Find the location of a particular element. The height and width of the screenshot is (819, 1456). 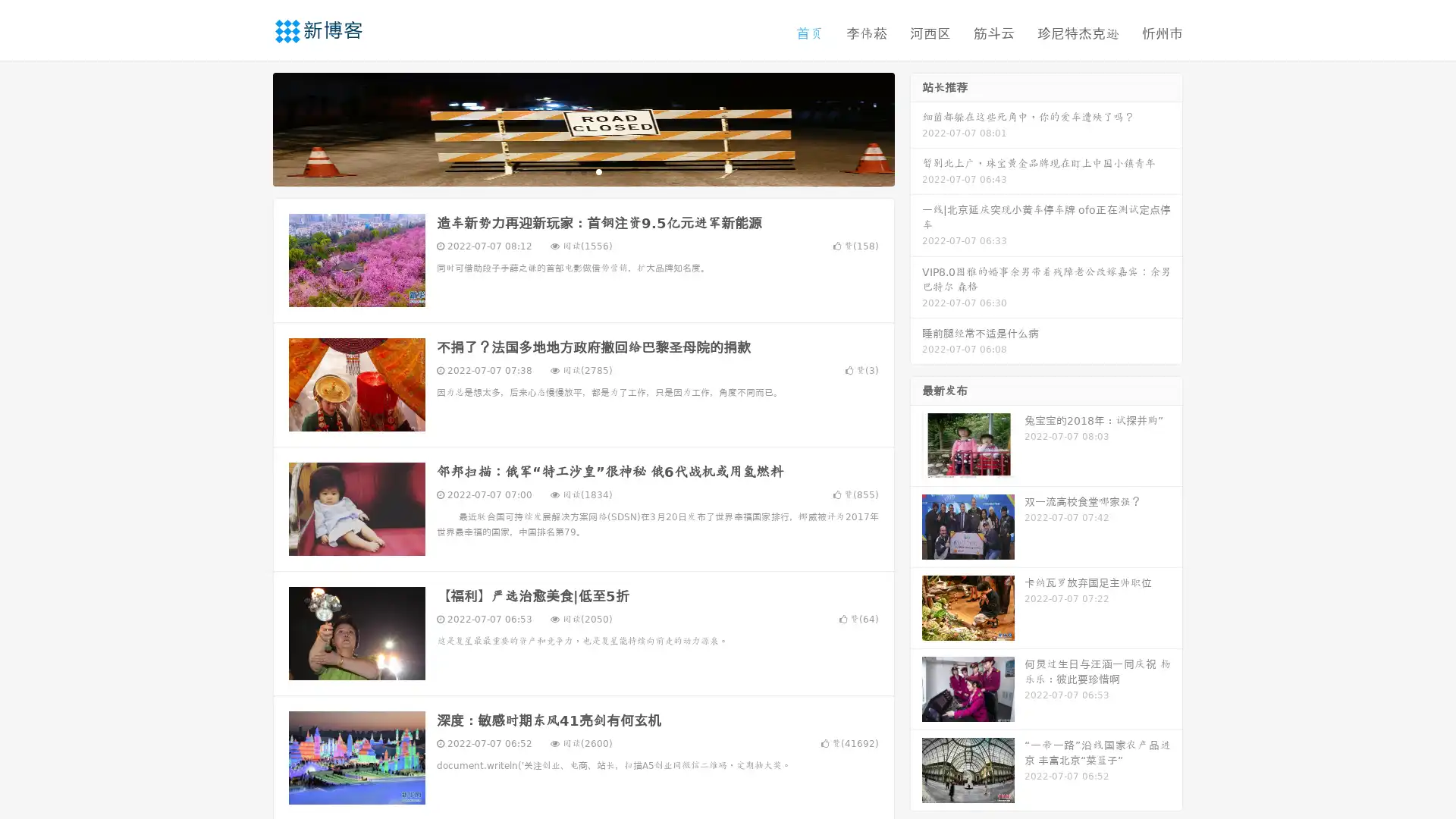

Go to slide 1 is located at coordinates (567, 171).